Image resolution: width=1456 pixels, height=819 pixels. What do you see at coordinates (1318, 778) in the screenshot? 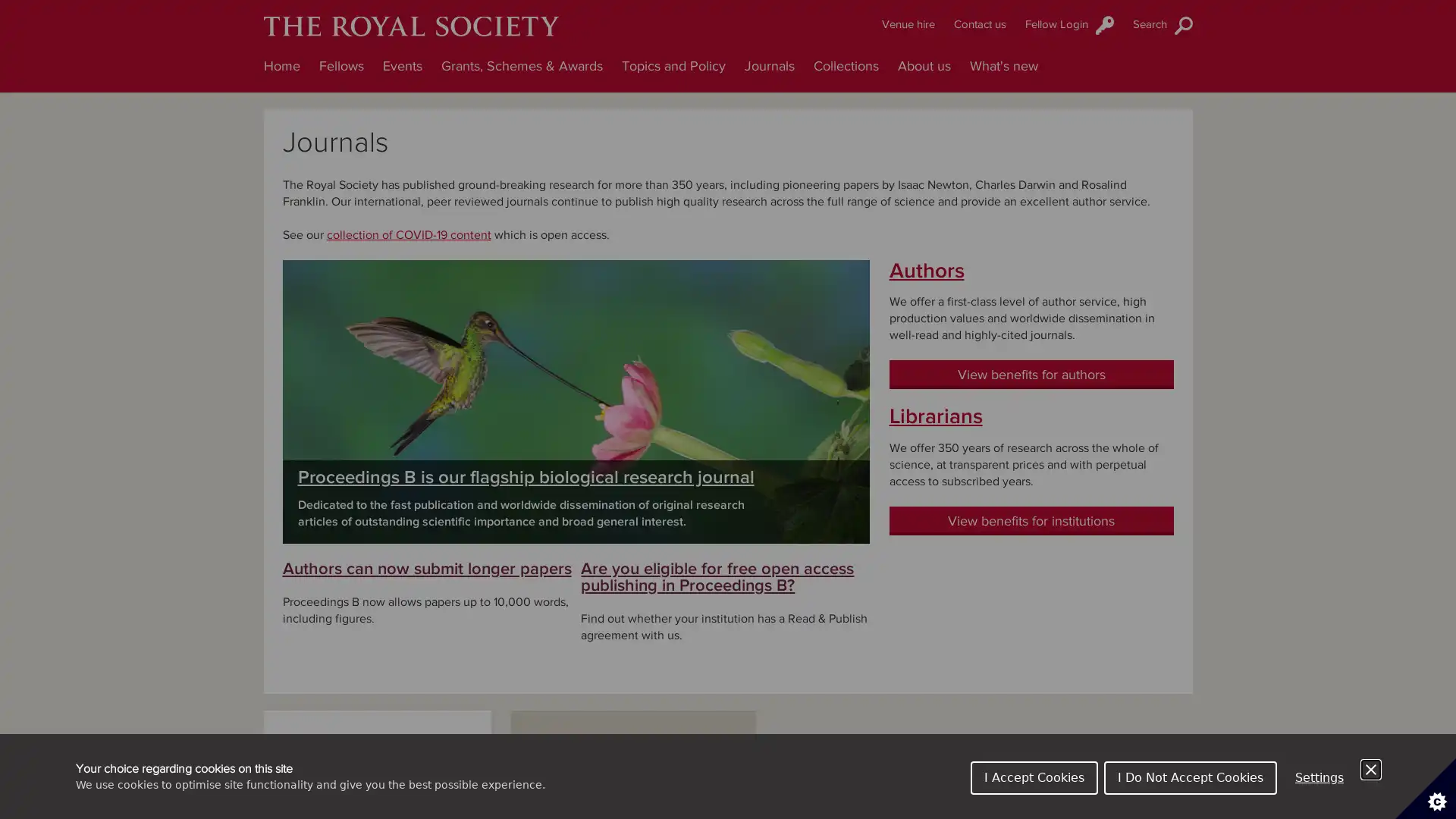
I see `Settings` at bounding box center [1318, 778].